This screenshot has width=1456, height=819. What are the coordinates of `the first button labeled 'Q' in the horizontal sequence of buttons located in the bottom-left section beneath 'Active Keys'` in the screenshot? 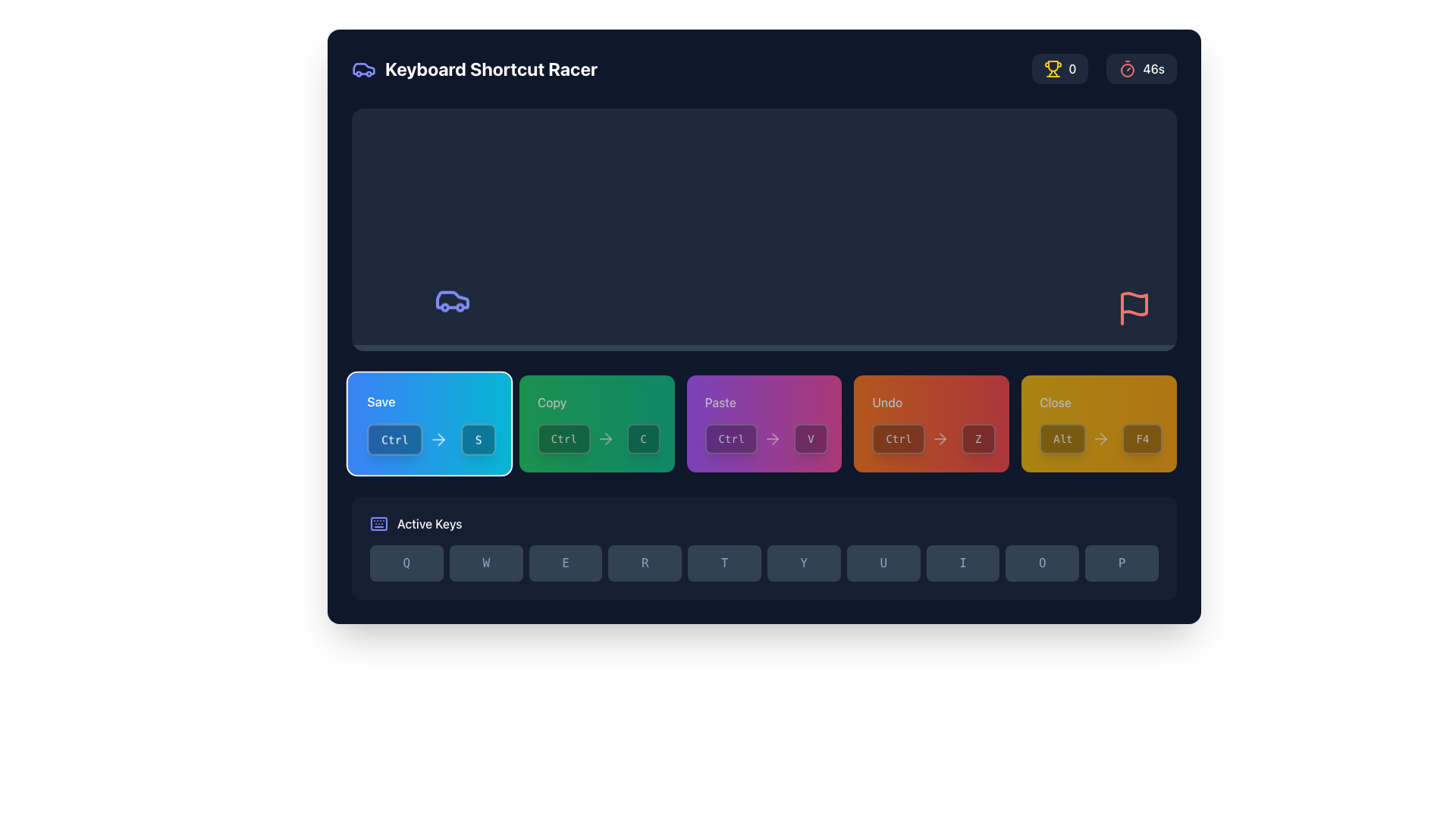 It's located at (406, 563).